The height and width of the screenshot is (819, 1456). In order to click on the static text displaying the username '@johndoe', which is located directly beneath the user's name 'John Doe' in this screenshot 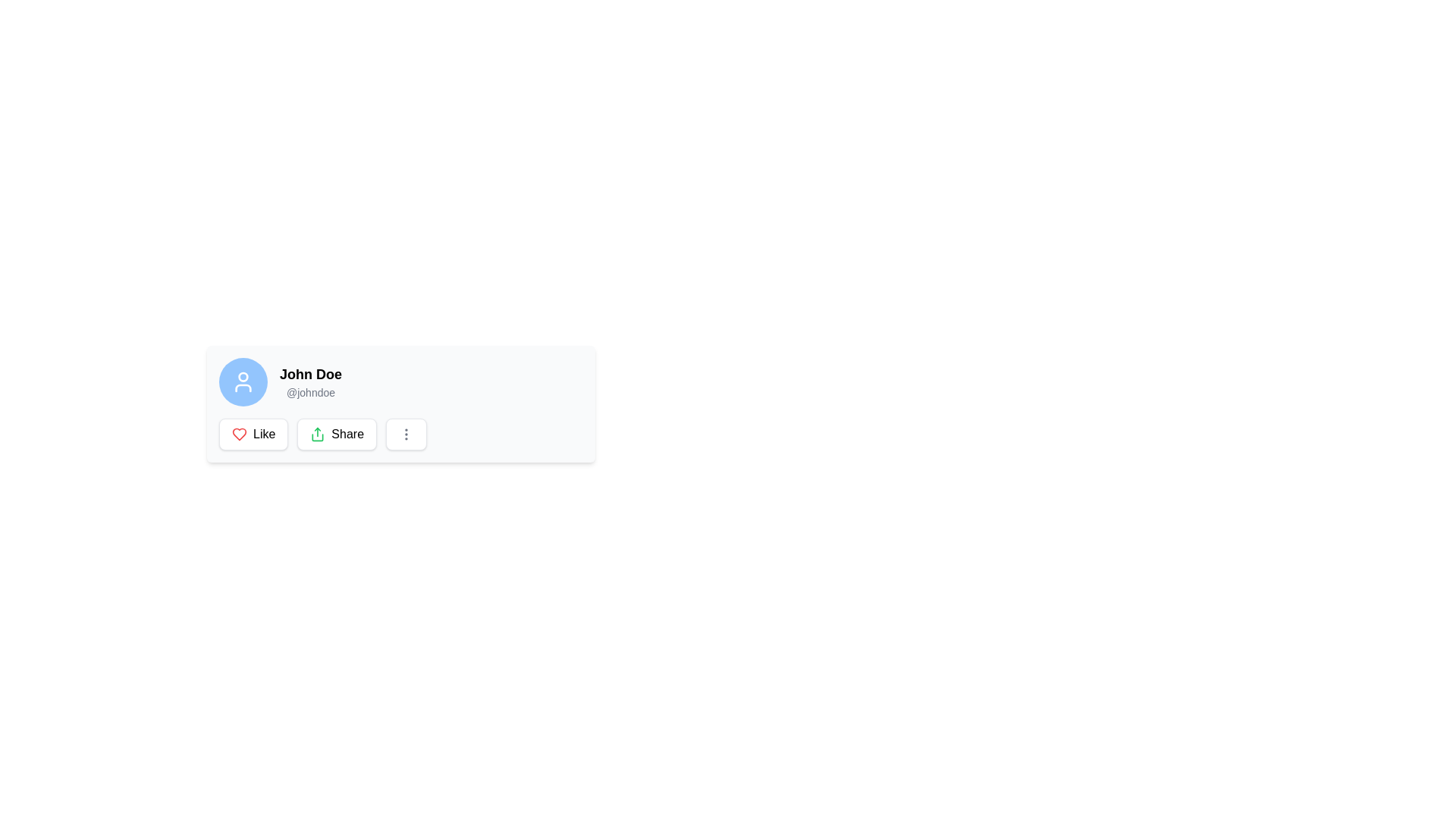, I will do `click(309, 391)`.